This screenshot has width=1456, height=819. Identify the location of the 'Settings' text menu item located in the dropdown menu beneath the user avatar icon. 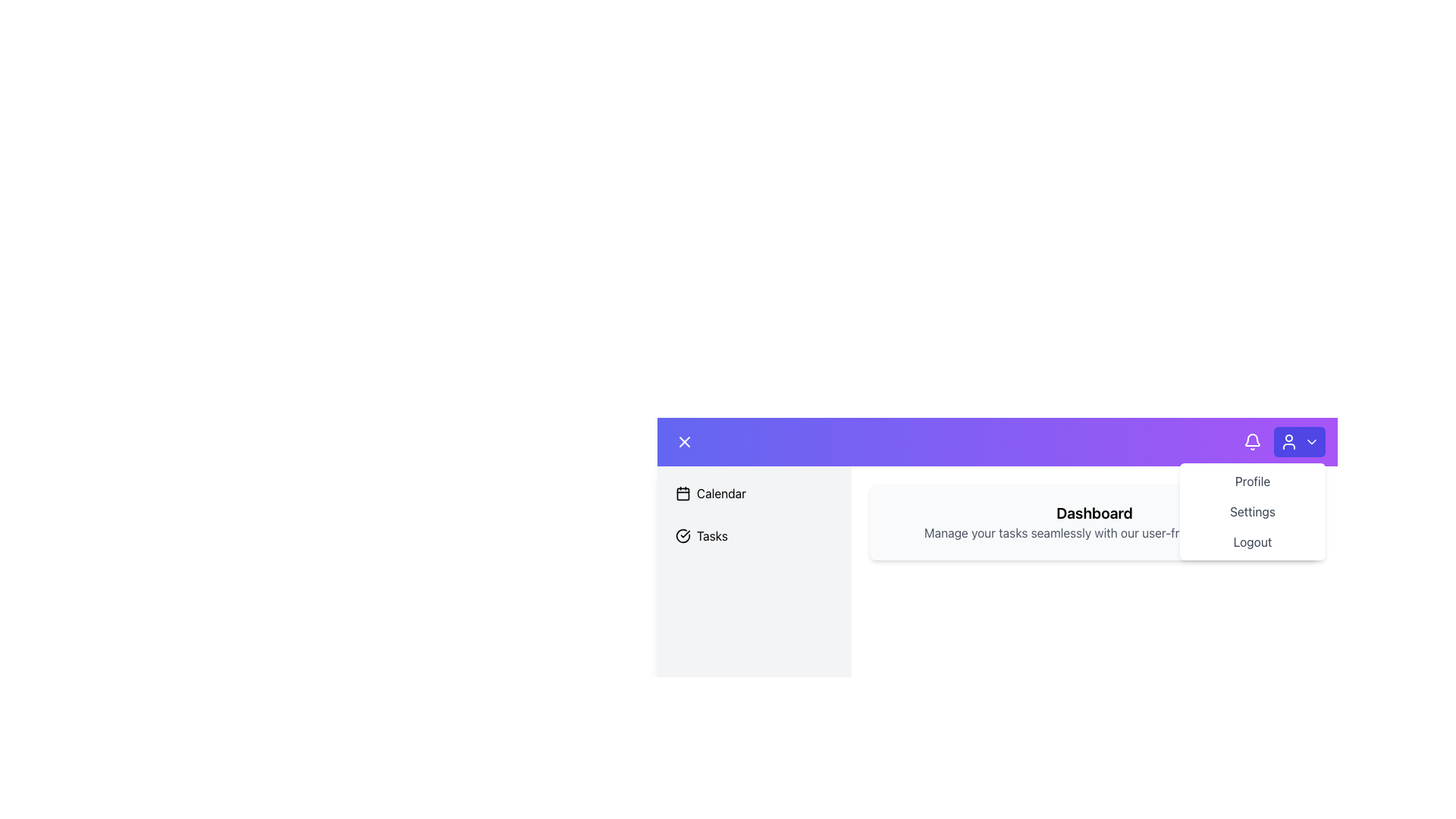
(1252, 512).